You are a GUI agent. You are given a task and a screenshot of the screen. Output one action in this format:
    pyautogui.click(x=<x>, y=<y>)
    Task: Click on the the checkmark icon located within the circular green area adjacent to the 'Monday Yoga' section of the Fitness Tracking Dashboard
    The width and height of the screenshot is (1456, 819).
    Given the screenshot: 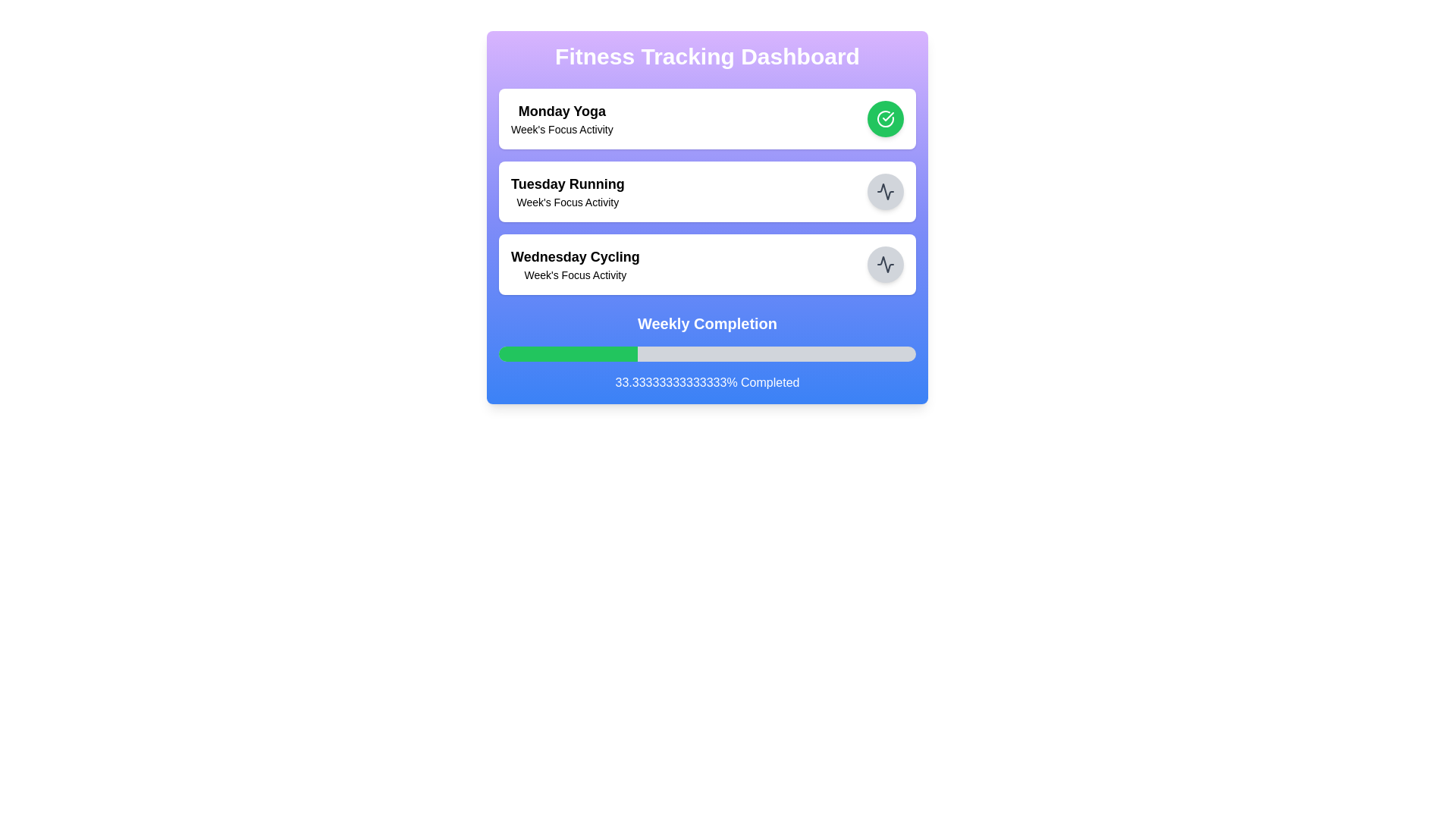 What is the action you would take?
    pyautogui.click(x=888, y=116)
    